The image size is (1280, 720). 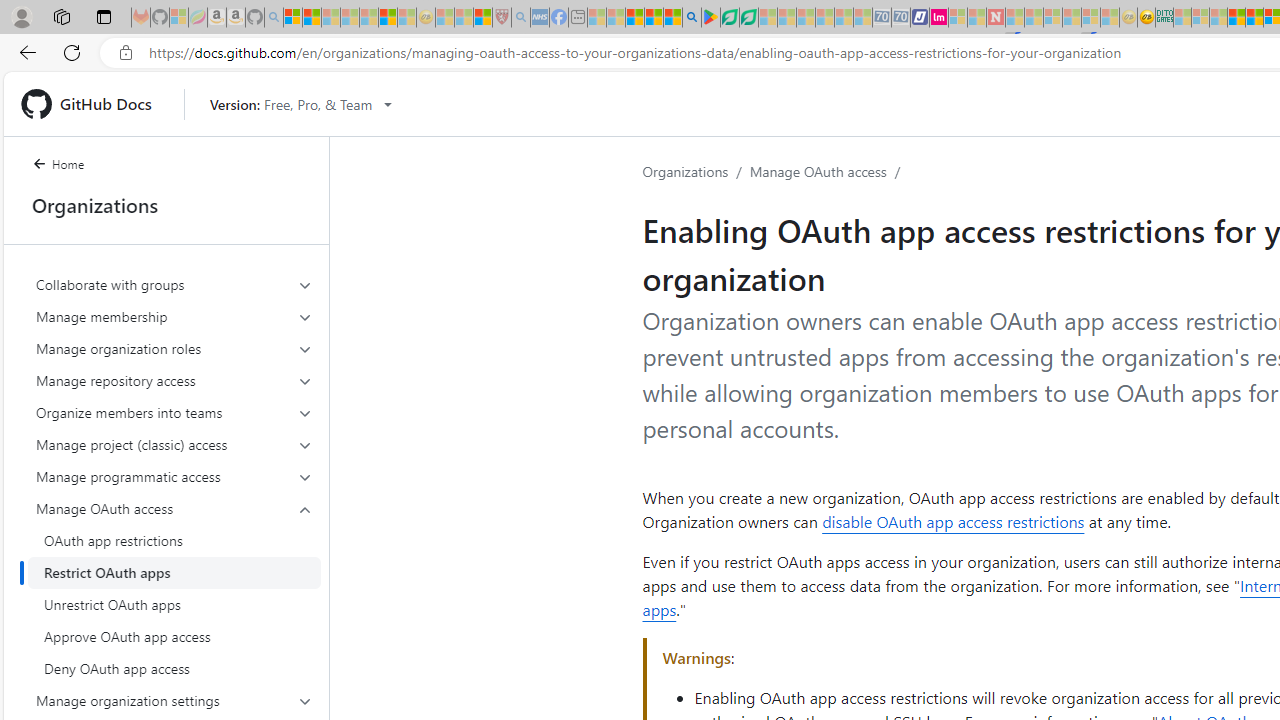 I want to click on 'MSNBC - MSN - Sleeping', so click(x=1182, y=17).